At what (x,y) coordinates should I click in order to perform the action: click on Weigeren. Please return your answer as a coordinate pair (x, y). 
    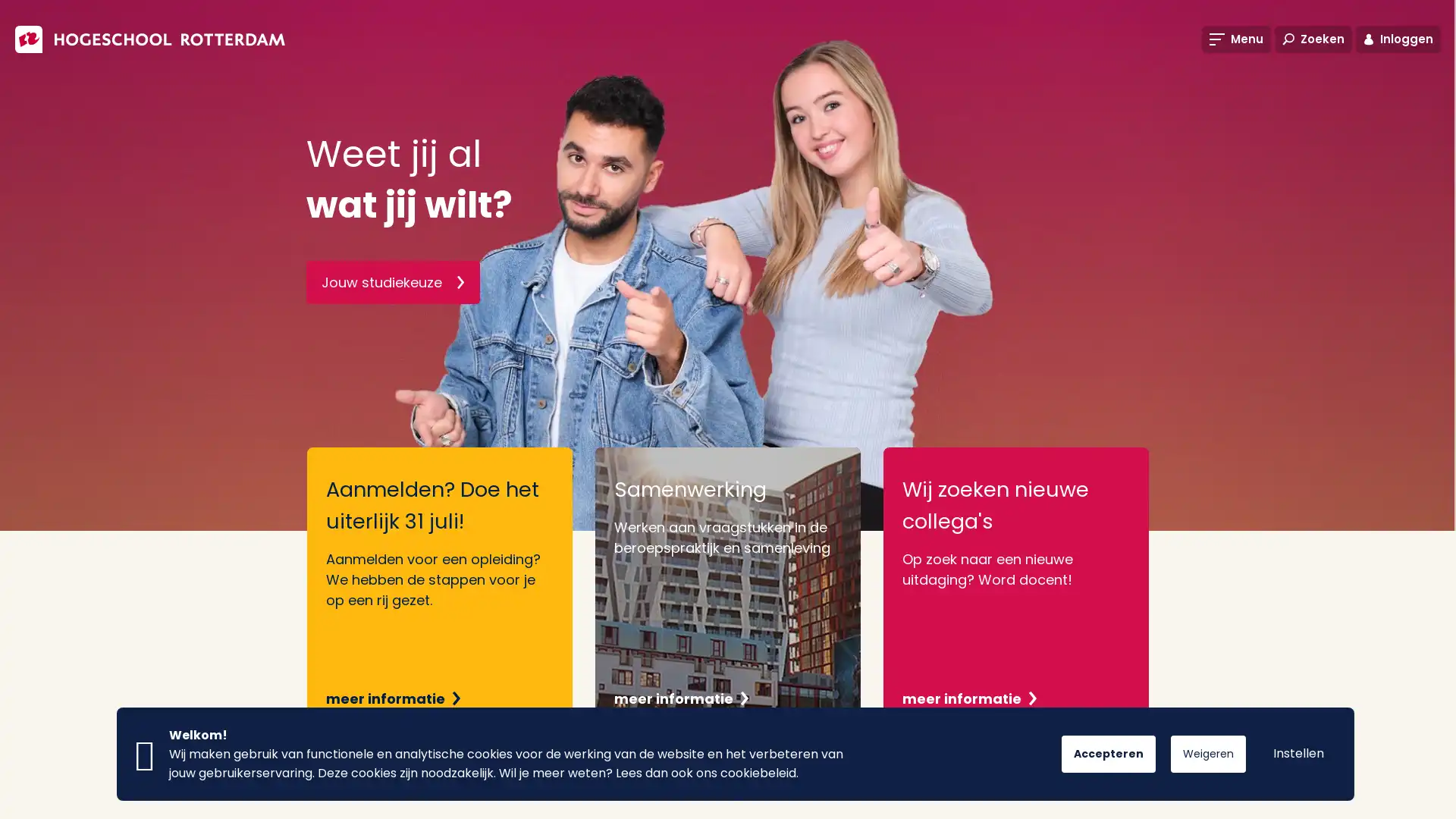
    Looking at the image, I should click on (1207, 754).